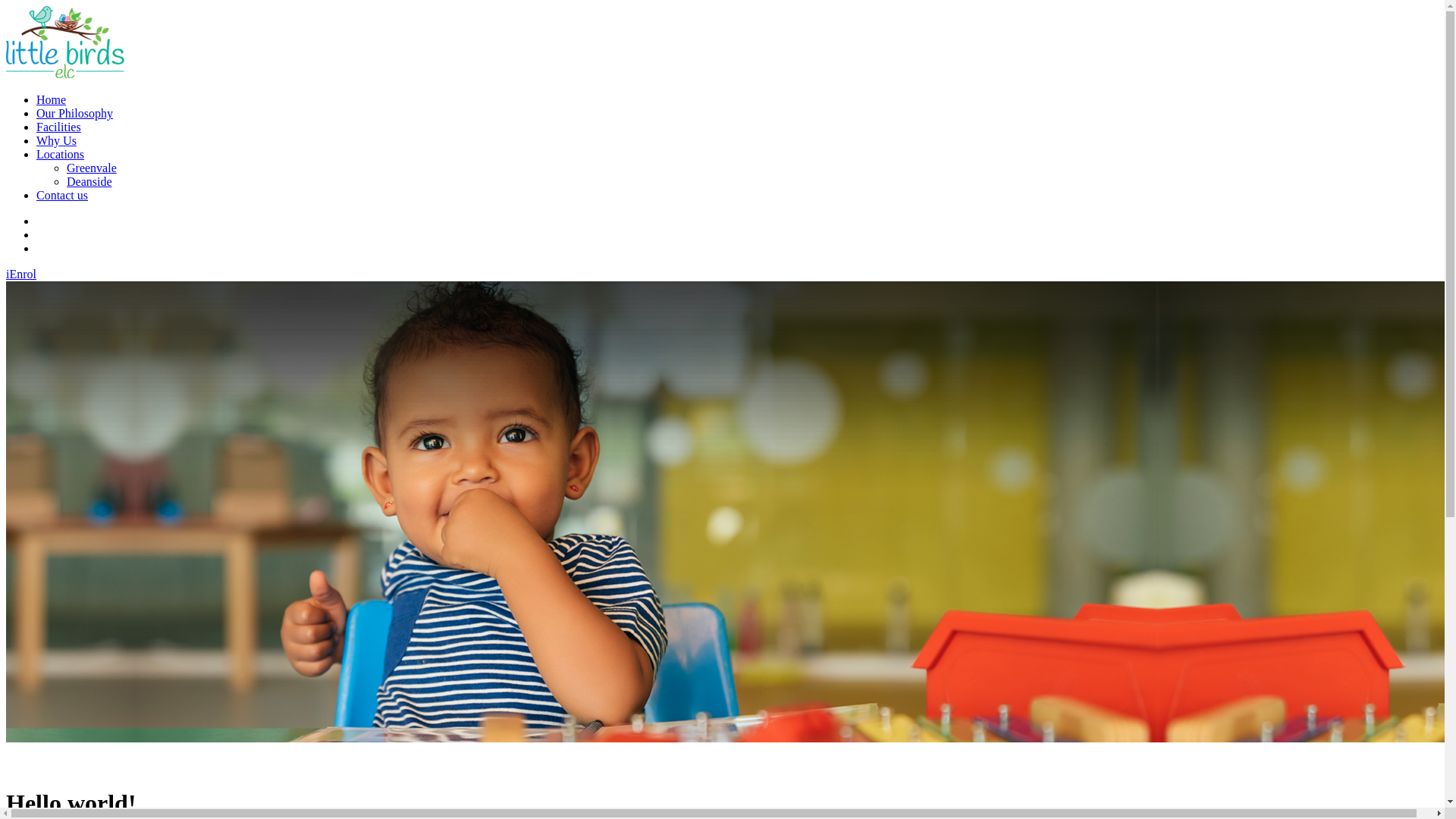 The height and width of the screenshot is (819, 1456). I want to click on 'Why Us', so click(56, 140).